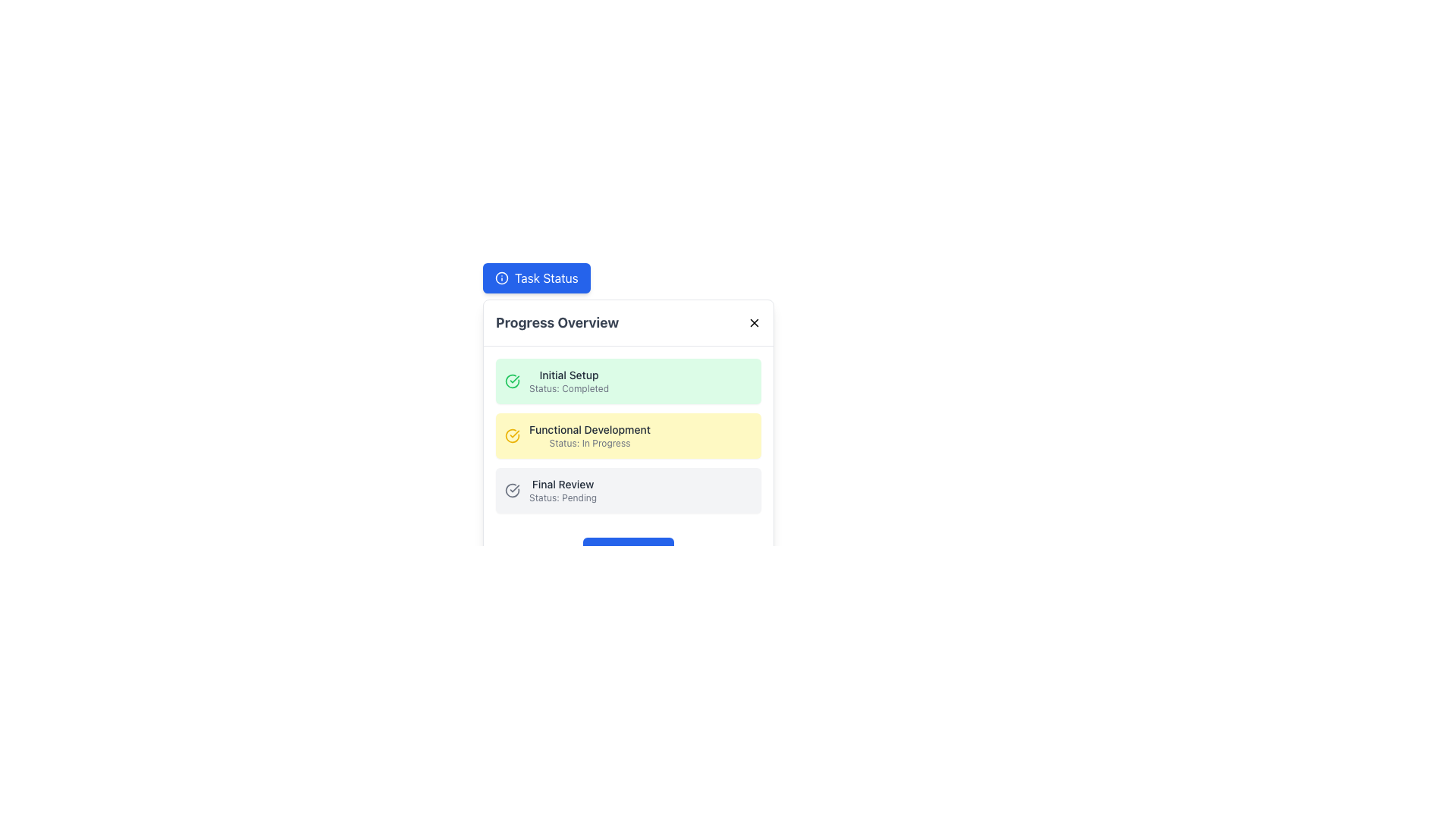 This screenshot has width=1456, height=819. What do you see at coordinates (629, 551) in the screenshot?
I see `the interactive button located at the bottom center of the 'Progress Overview' modal` at bounding box center [629, 551].